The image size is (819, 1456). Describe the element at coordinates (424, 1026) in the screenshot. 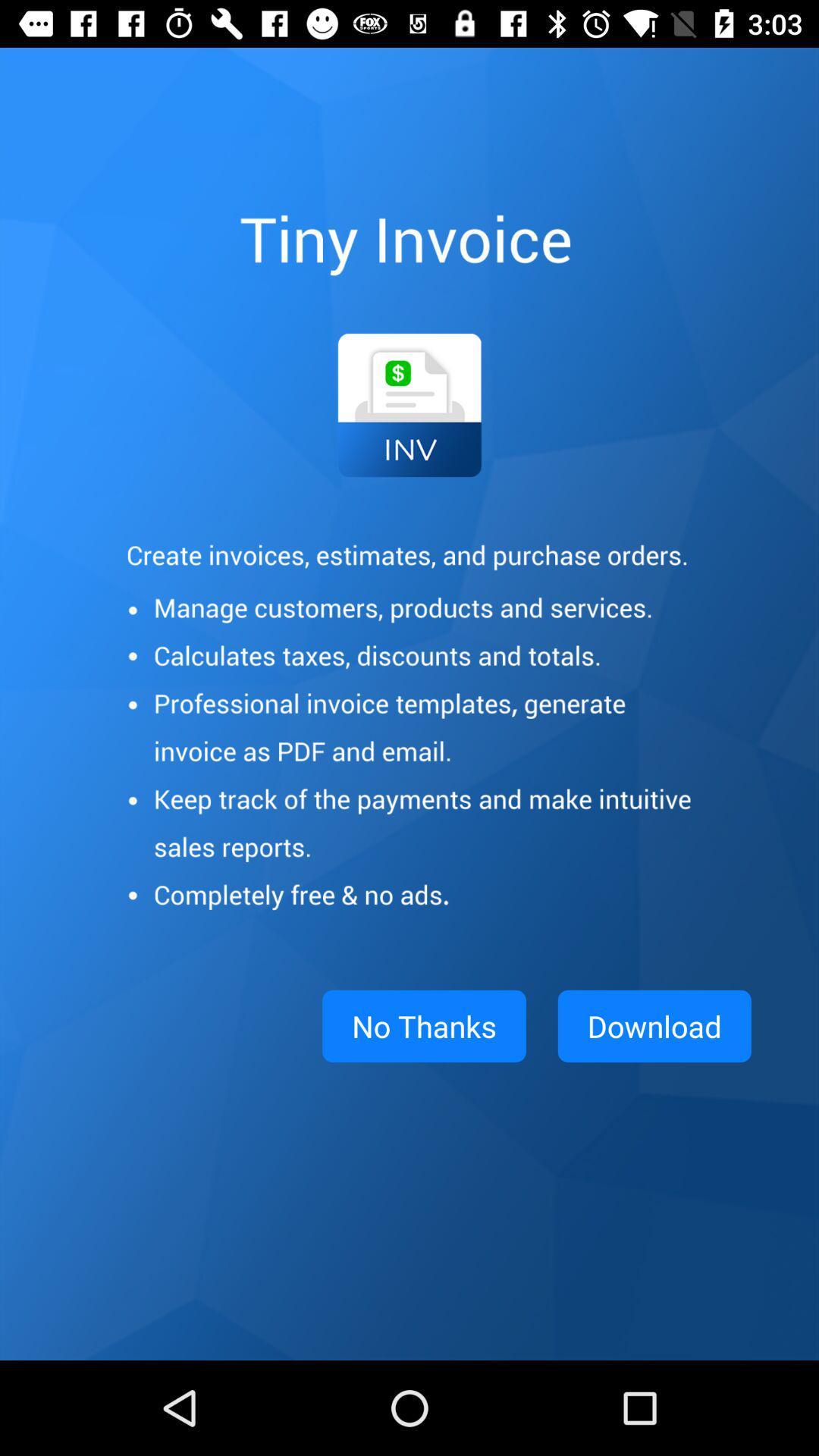

I see `no thanks icon` at that location.